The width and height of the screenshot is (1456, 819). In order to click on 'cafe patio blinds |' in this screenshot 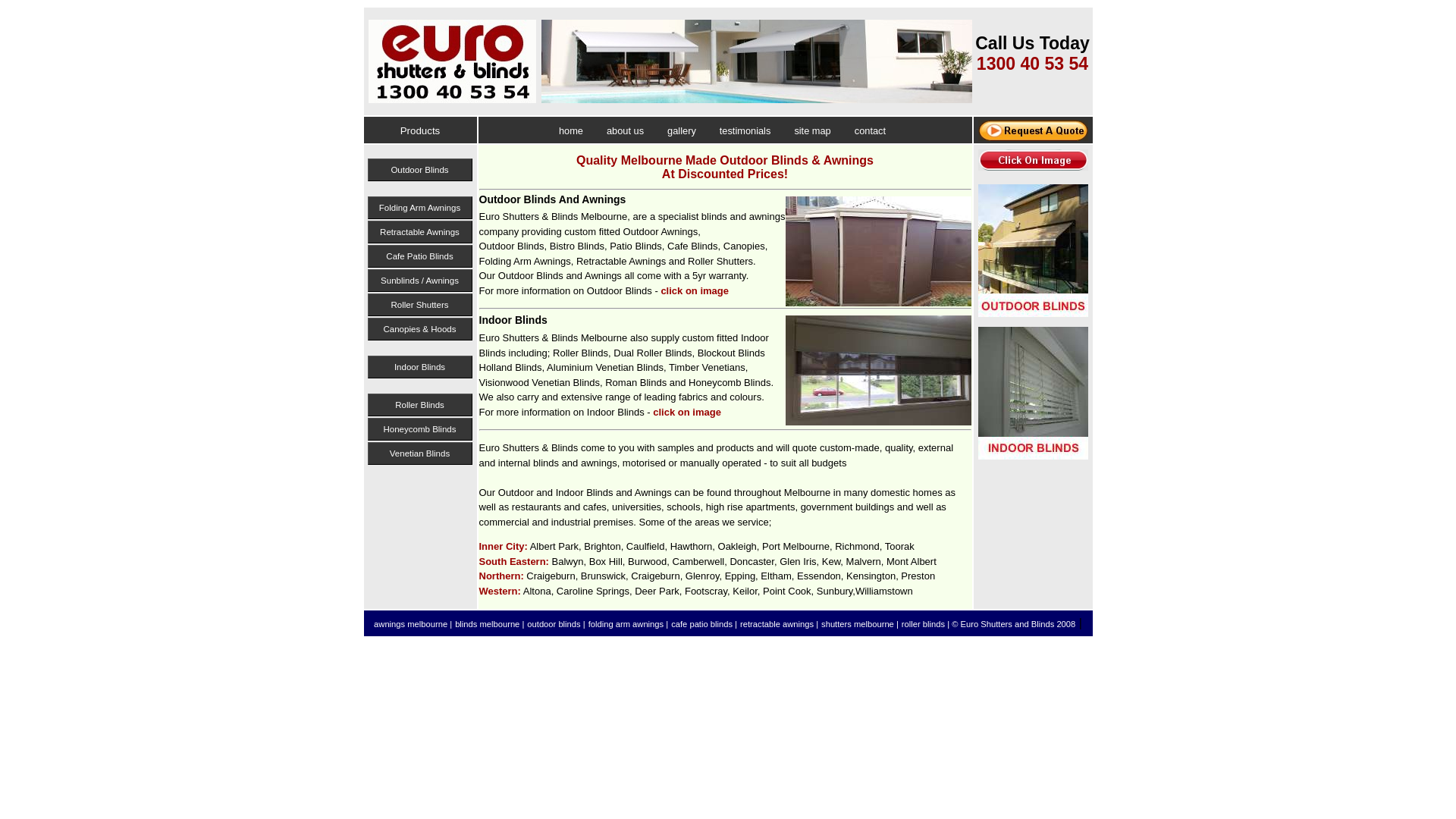, I will do `click(670, 623)`.